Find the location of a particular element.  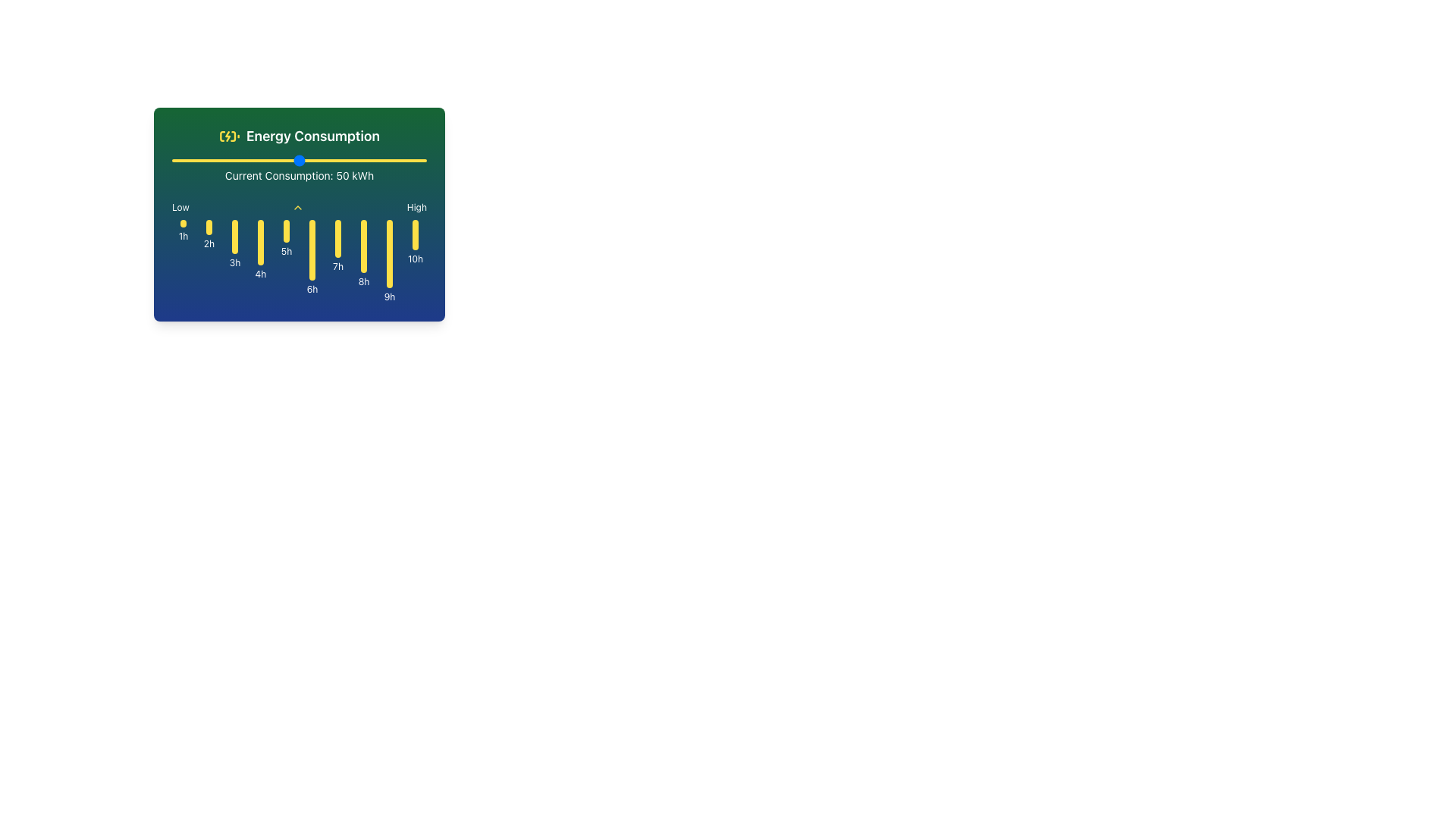

the last vertical bar in the bar chart representing a 10-hour time interval, located below the 'High' label is located at coordinates (415, 260).